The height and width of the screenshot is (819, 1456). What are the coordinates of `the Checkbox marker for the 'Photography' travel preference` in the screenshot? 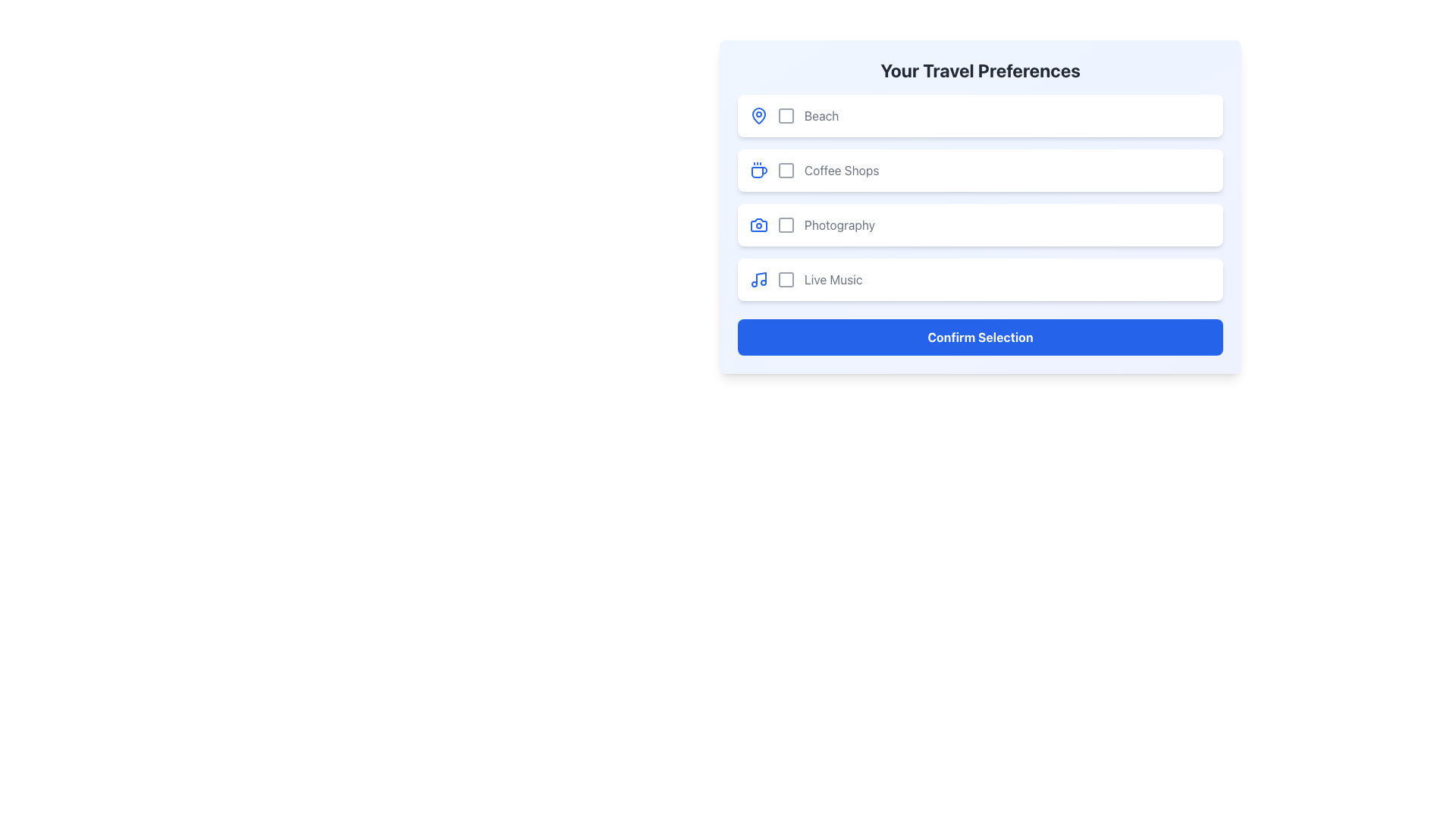 It's located at (786, 225).